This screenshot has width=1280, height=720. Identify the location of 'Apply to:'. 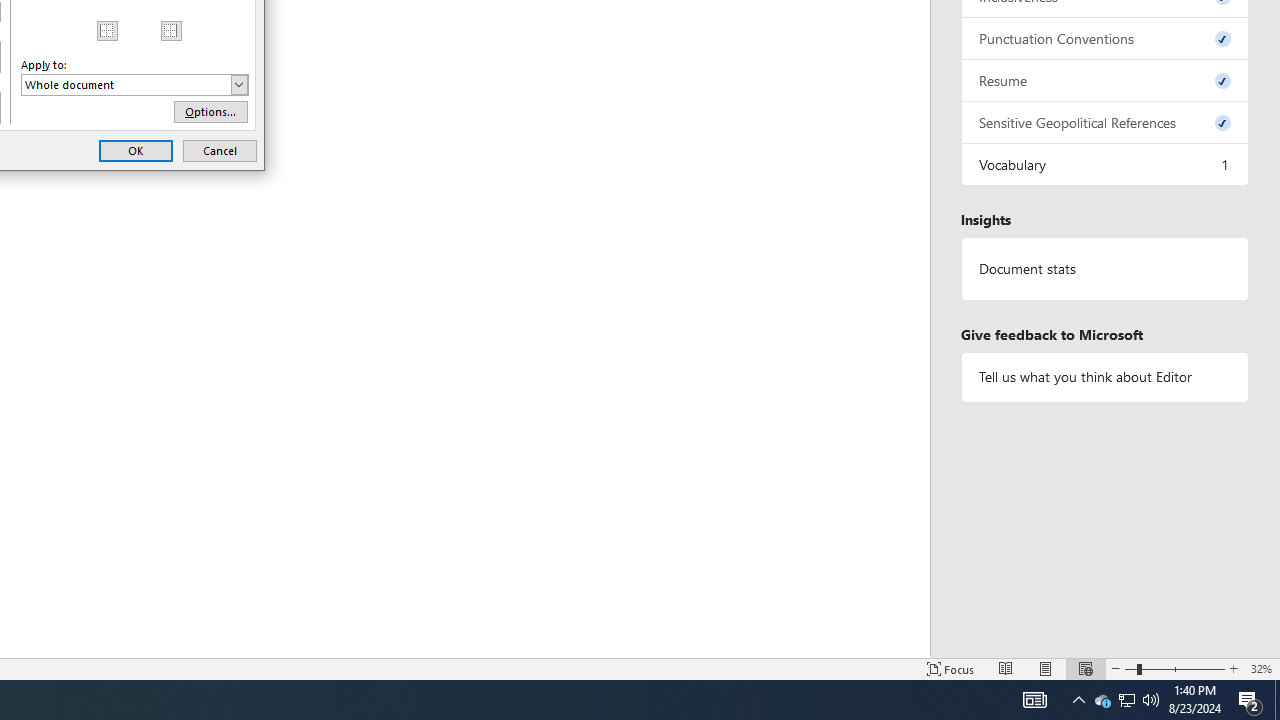
(134, 83).